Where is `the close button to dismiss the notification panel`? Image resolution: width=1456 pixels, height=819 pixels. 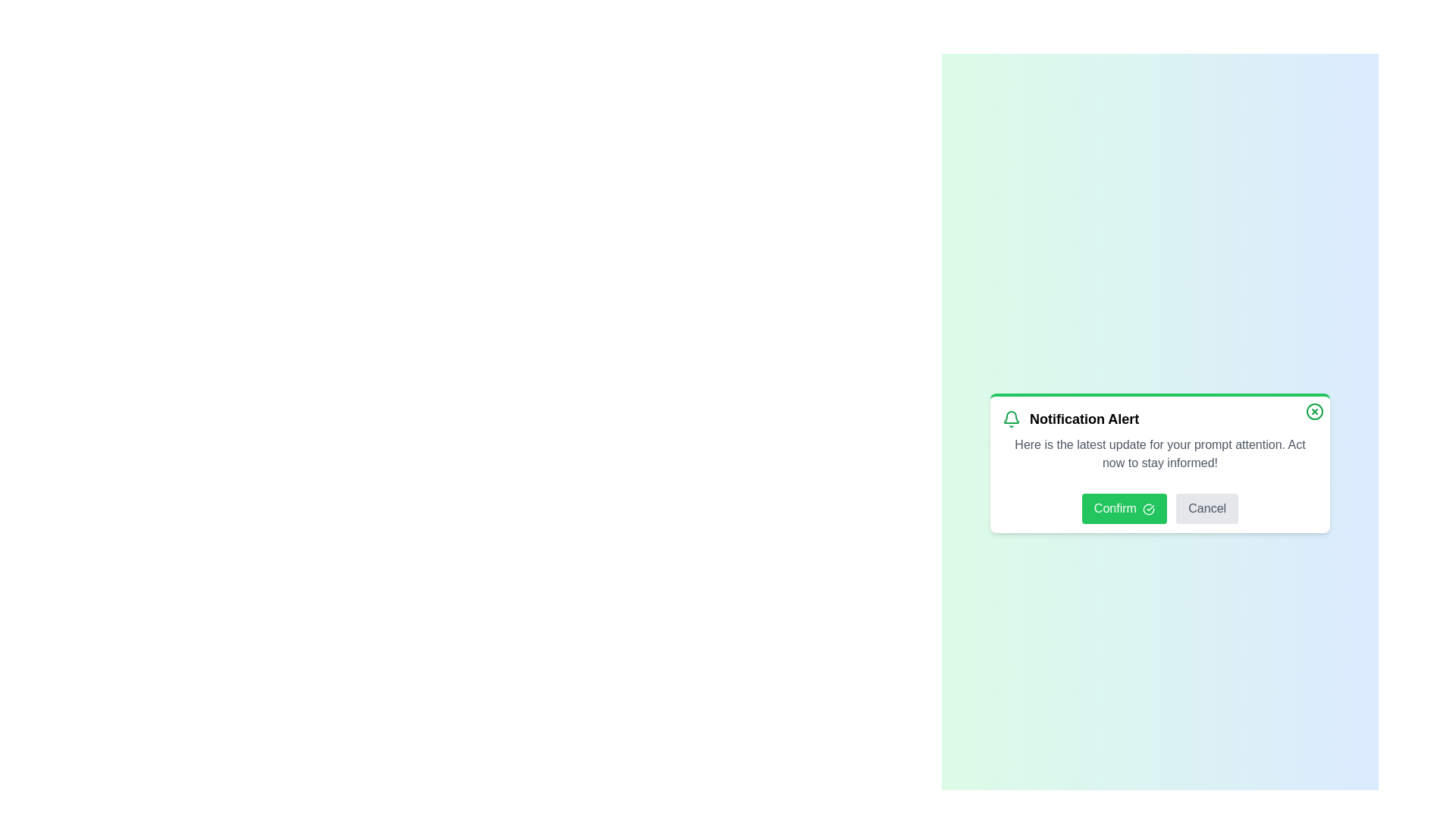
the close button to dismiss the notification panel is located at coordinates (1313, 412).